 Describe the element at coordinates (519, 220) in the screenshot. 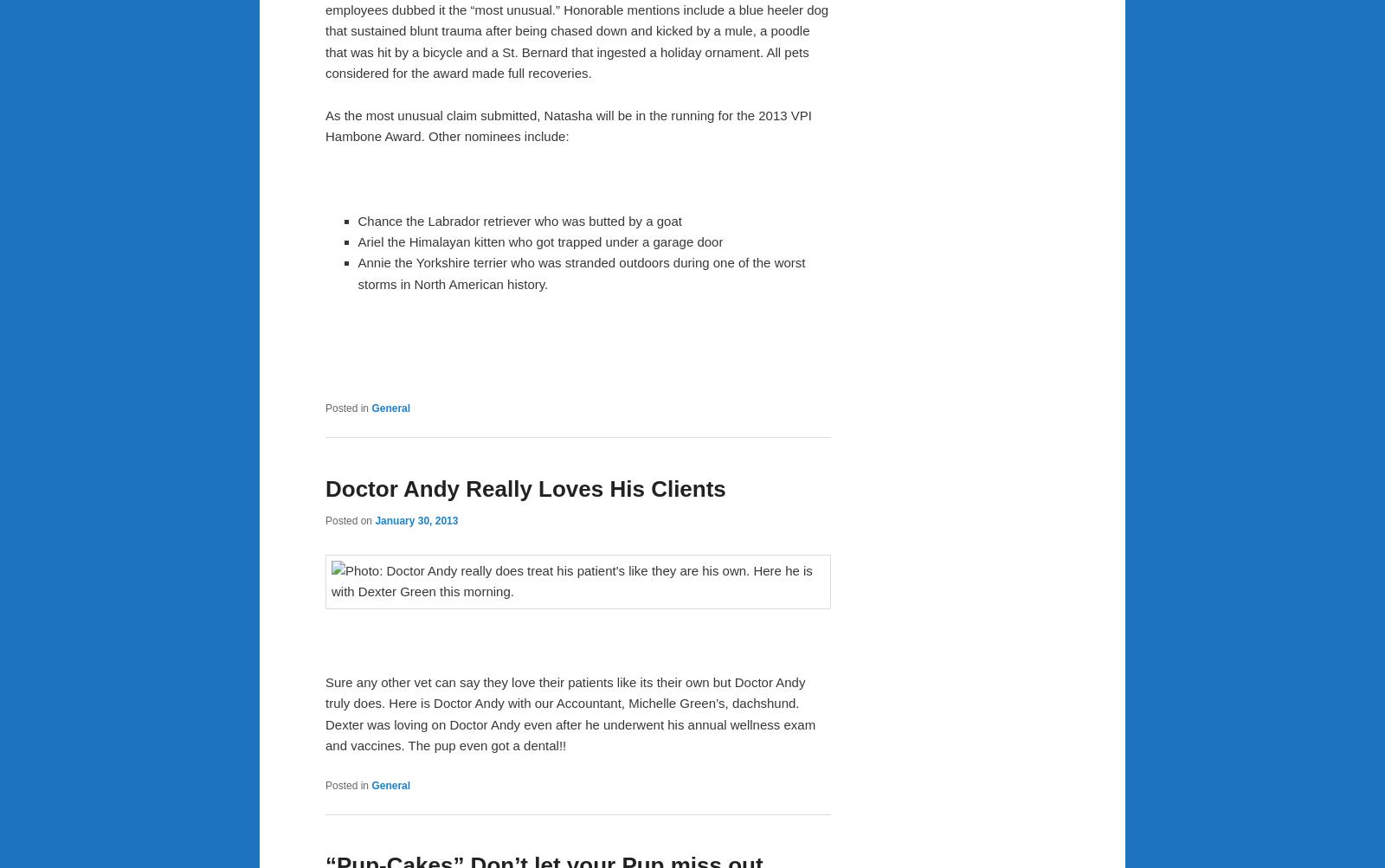

I see `'Chance the Labrador retriever who was butted by a goat'` at that location.